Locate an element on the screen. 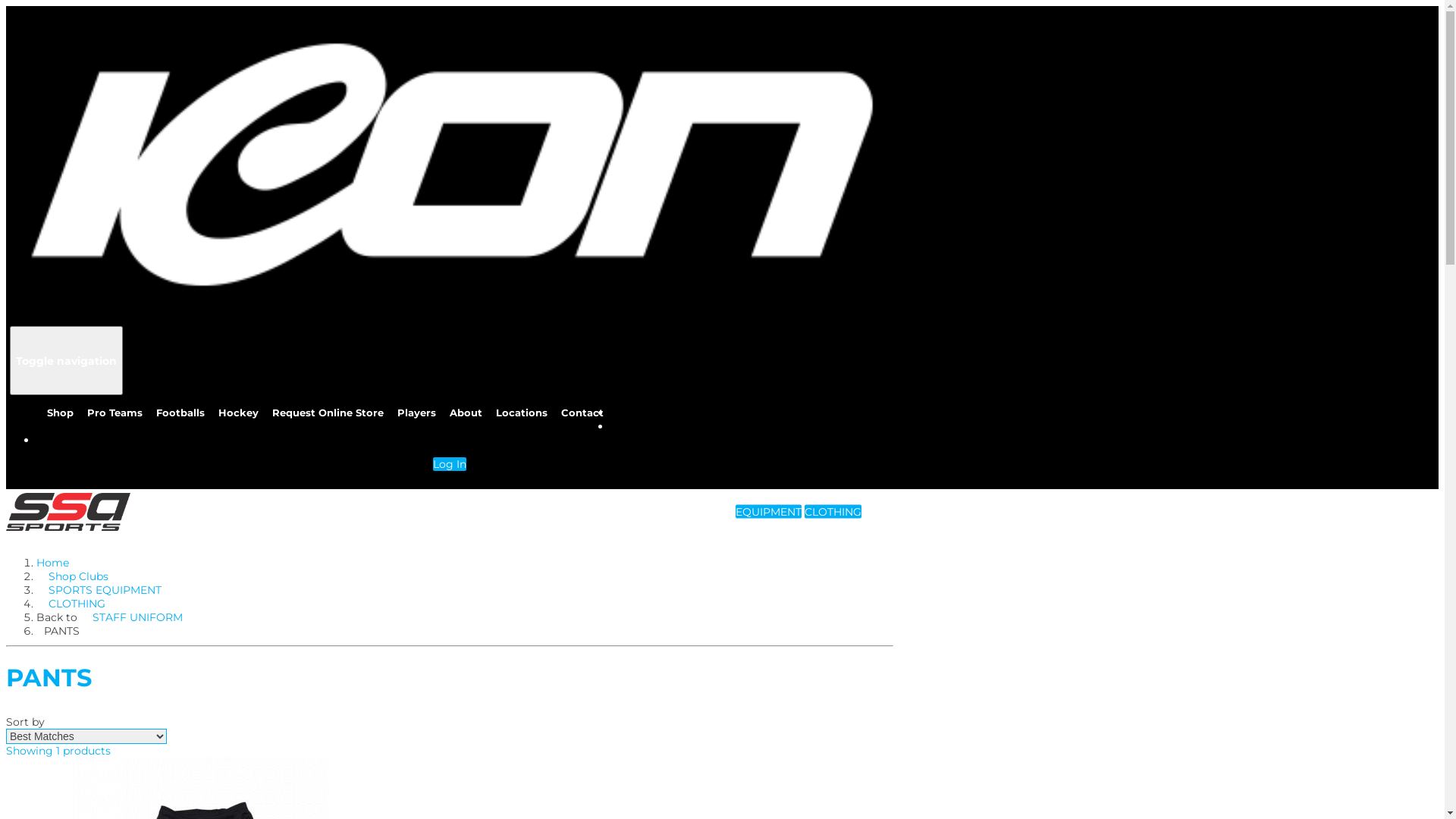 The width and height of the screenshot is (1456, 819). 'Log In' is located at coordinates (449, 463).